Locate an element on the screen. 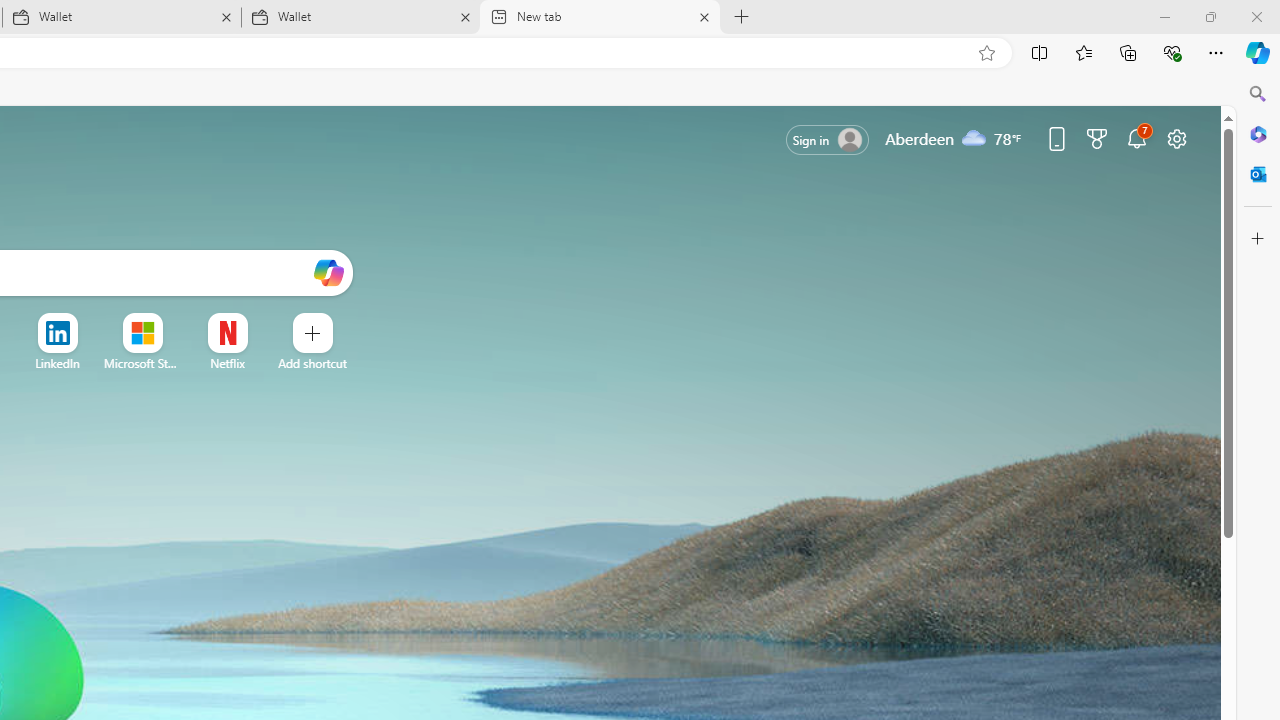  'Page settings' is located at coordinates (1176, 137).